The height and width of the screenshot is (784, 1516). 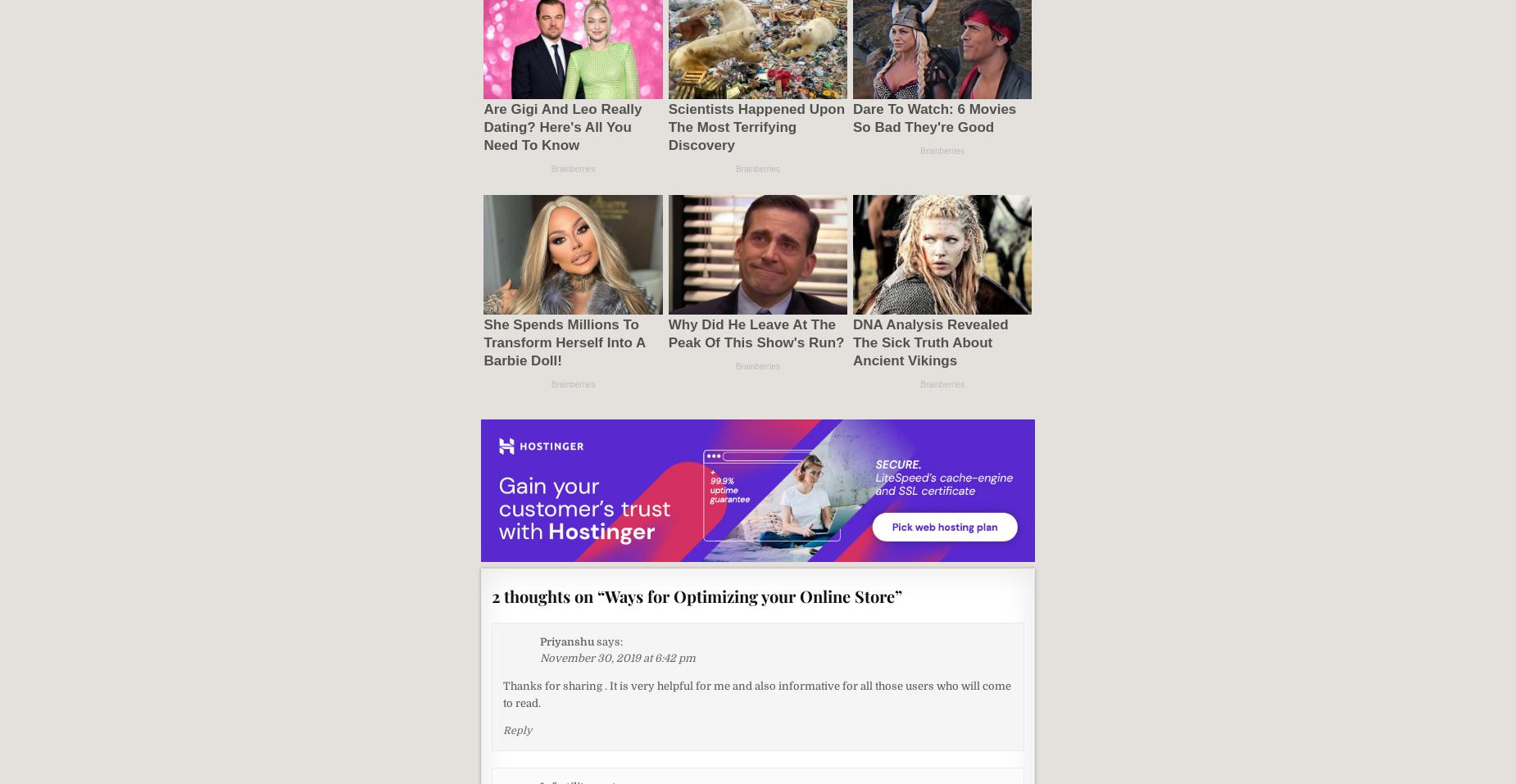 What do you see at coordinates (757, 693) in the screenshot?
I see `'Thanks for sharing . It is very helpful for me and also informative for all those users who will come to read.'` at bounding box center [757, 693].